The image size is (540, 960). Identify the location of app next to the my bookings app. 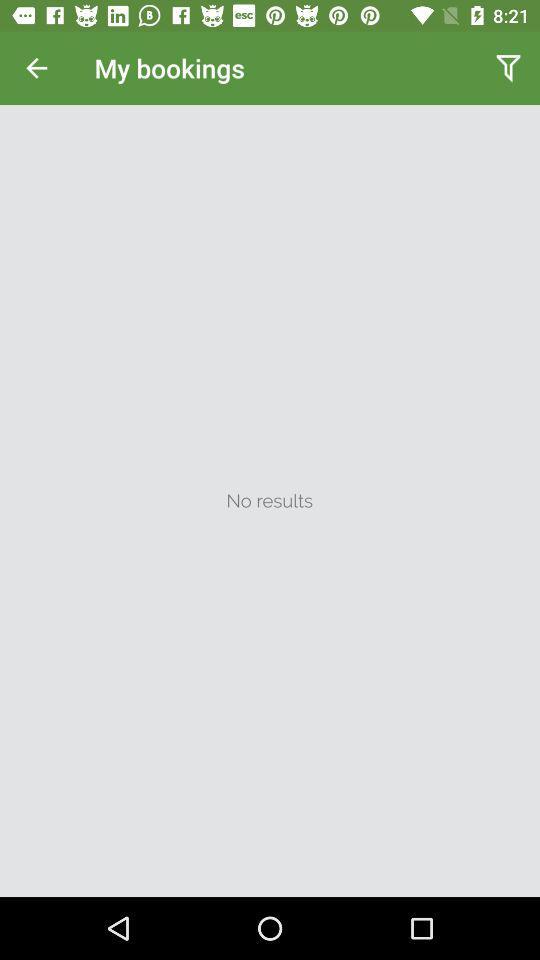
(36, 68).